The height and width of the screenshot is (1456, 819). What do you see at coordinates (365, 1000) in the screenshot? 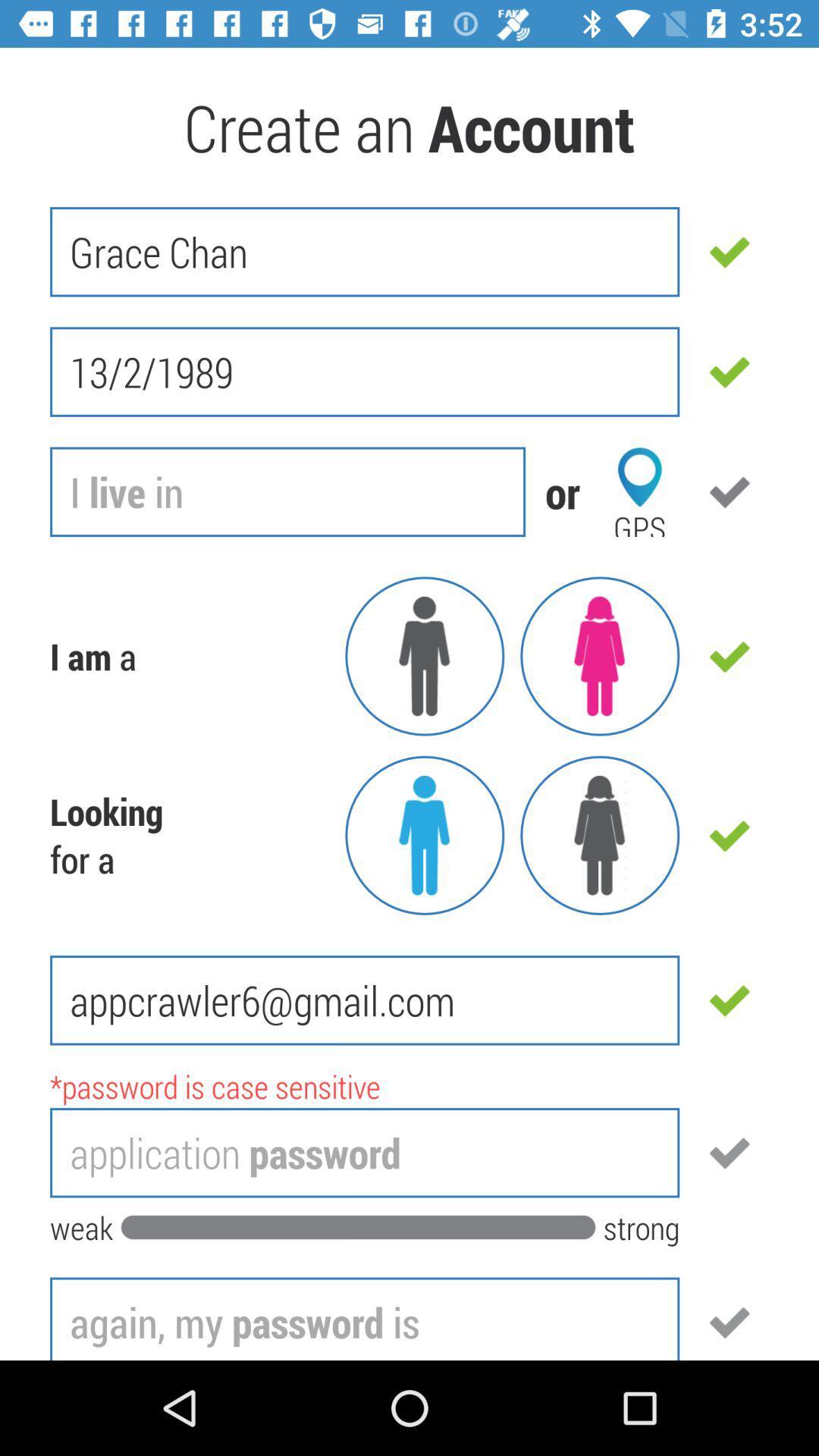
I see `appcrawler6@gmail.com item` at bounding box center [365, 1000].